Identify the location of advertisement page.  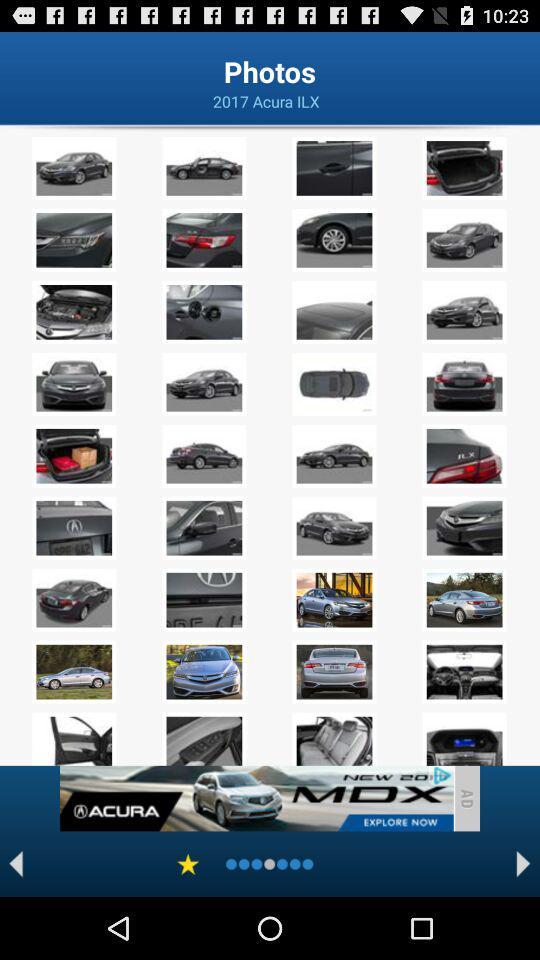
(256, 798).